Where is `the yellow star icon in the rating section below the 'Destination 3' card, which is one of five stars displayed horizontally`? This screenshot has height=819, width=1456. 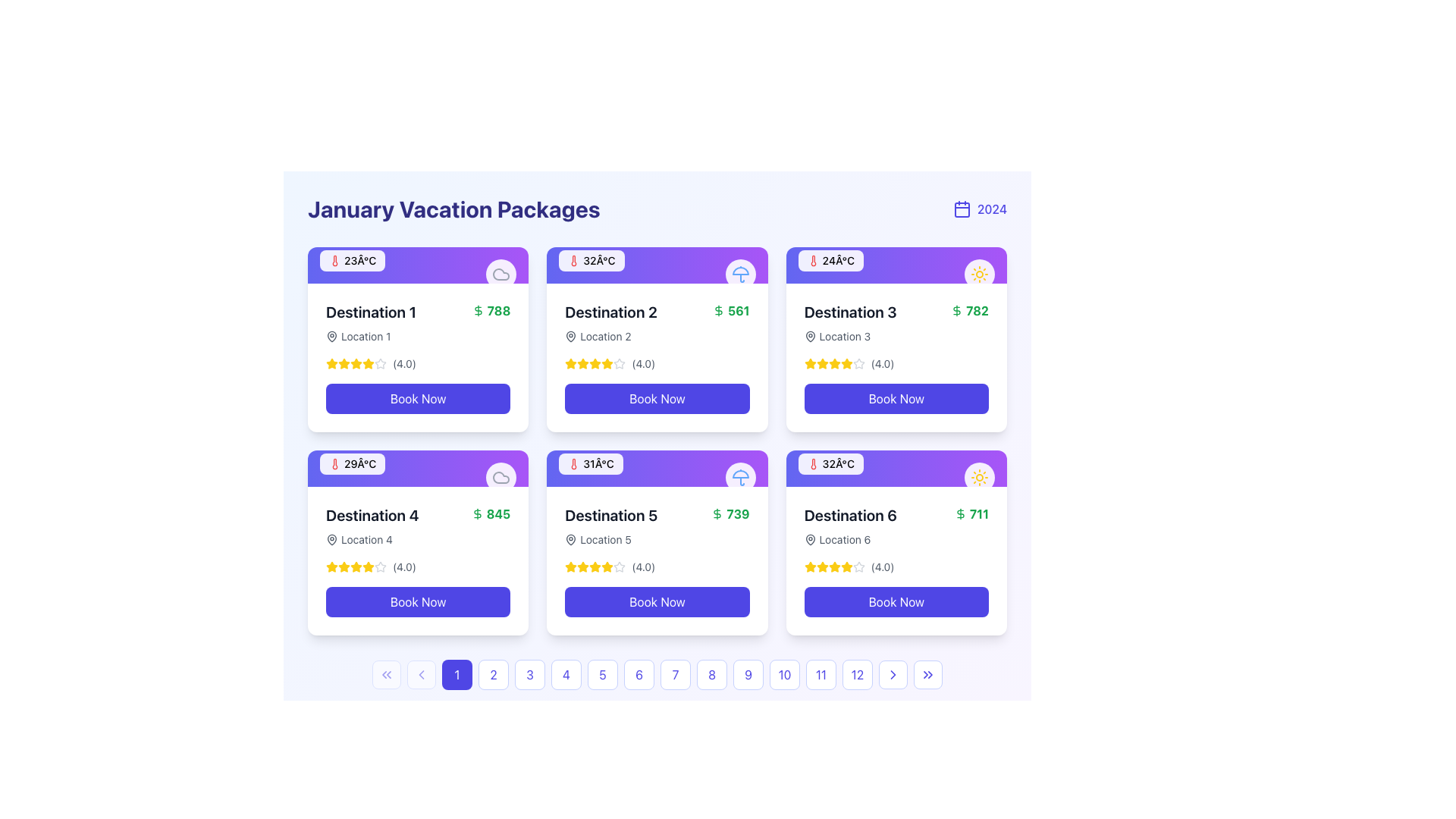 the yellow star icon in the rating section below the 'Destination 3' card, which is one of five stars displayed horizontally is located at coordinates (833, 363).